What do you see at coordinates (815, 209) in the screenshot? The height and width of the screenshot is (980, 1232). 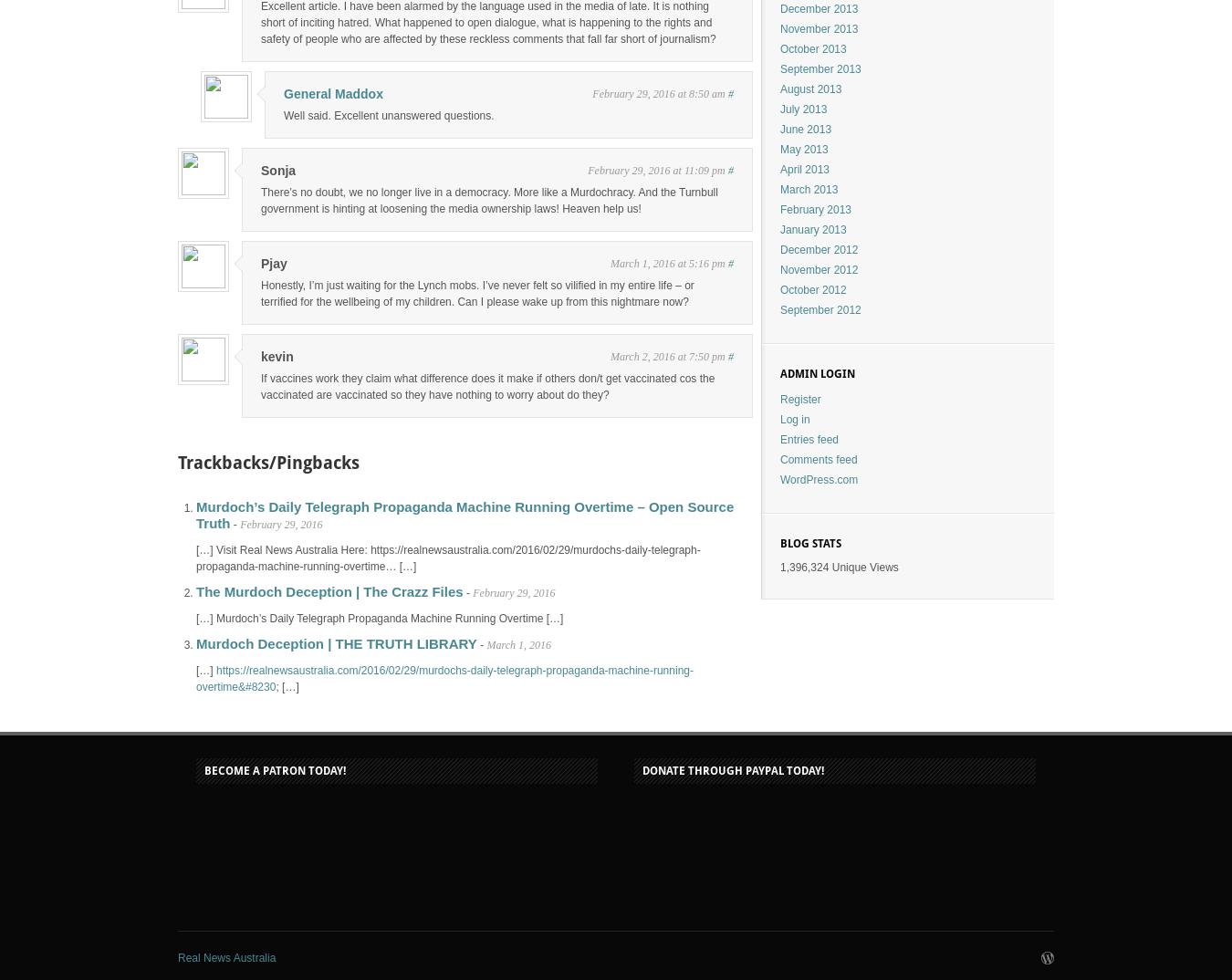 I see `'February 2013'` at bounding box center [815, 209].